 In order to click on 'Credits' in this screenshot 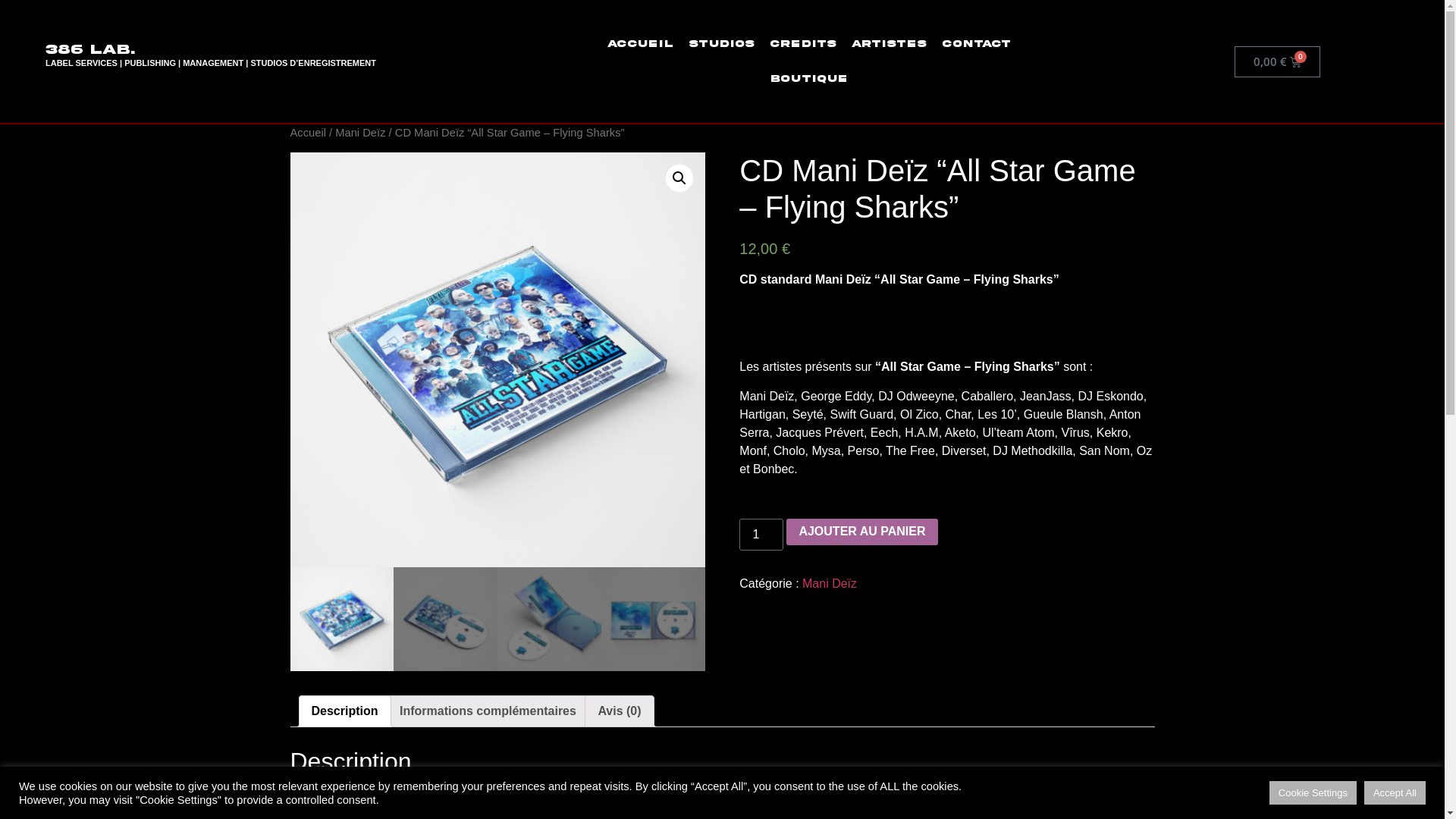, I will do `click(802, 42)`.